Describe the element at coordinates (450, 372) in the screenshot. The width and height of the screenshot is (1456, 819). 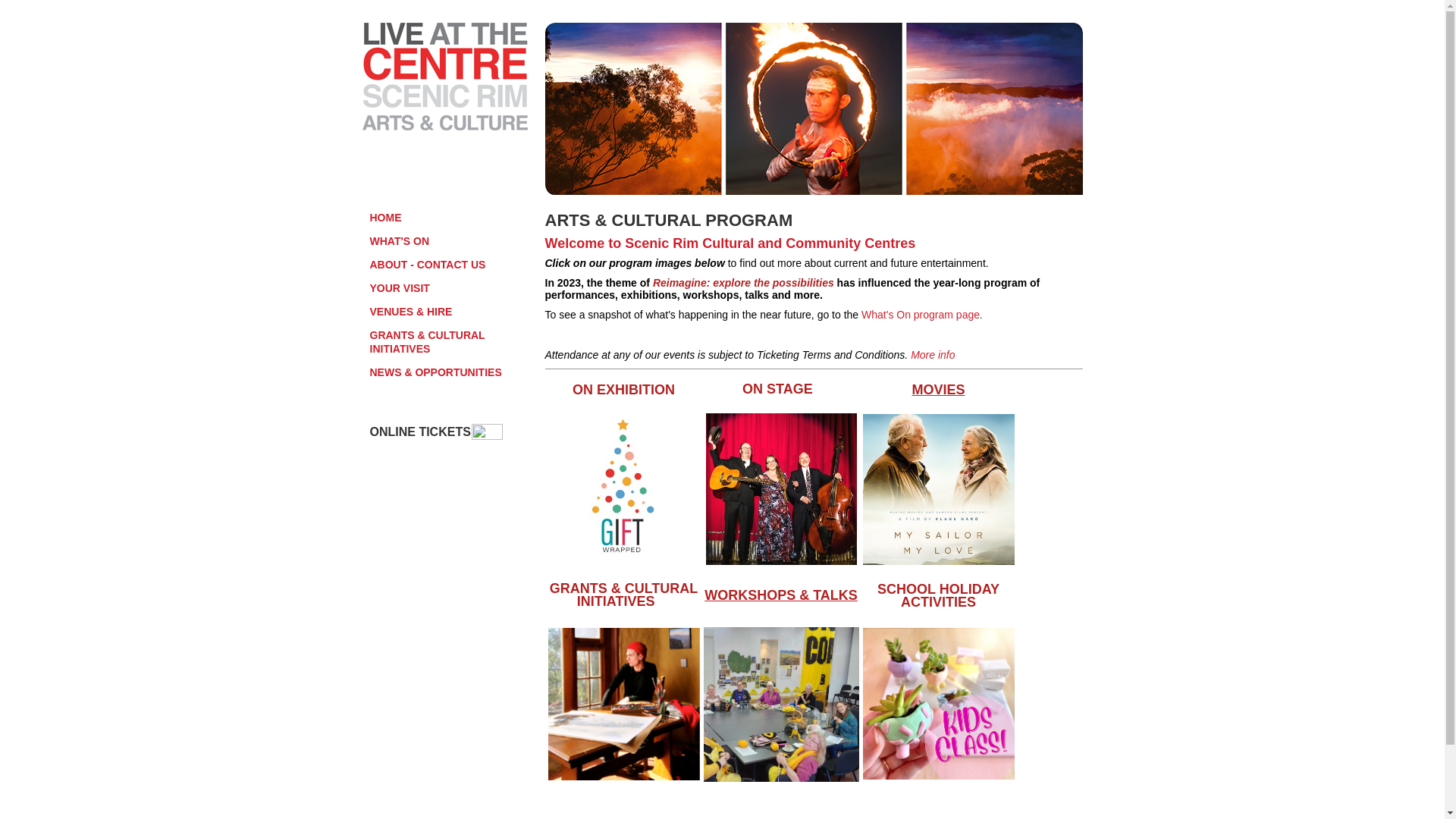
I see `'NEWS & OPPORTUNITIES'` at that location.